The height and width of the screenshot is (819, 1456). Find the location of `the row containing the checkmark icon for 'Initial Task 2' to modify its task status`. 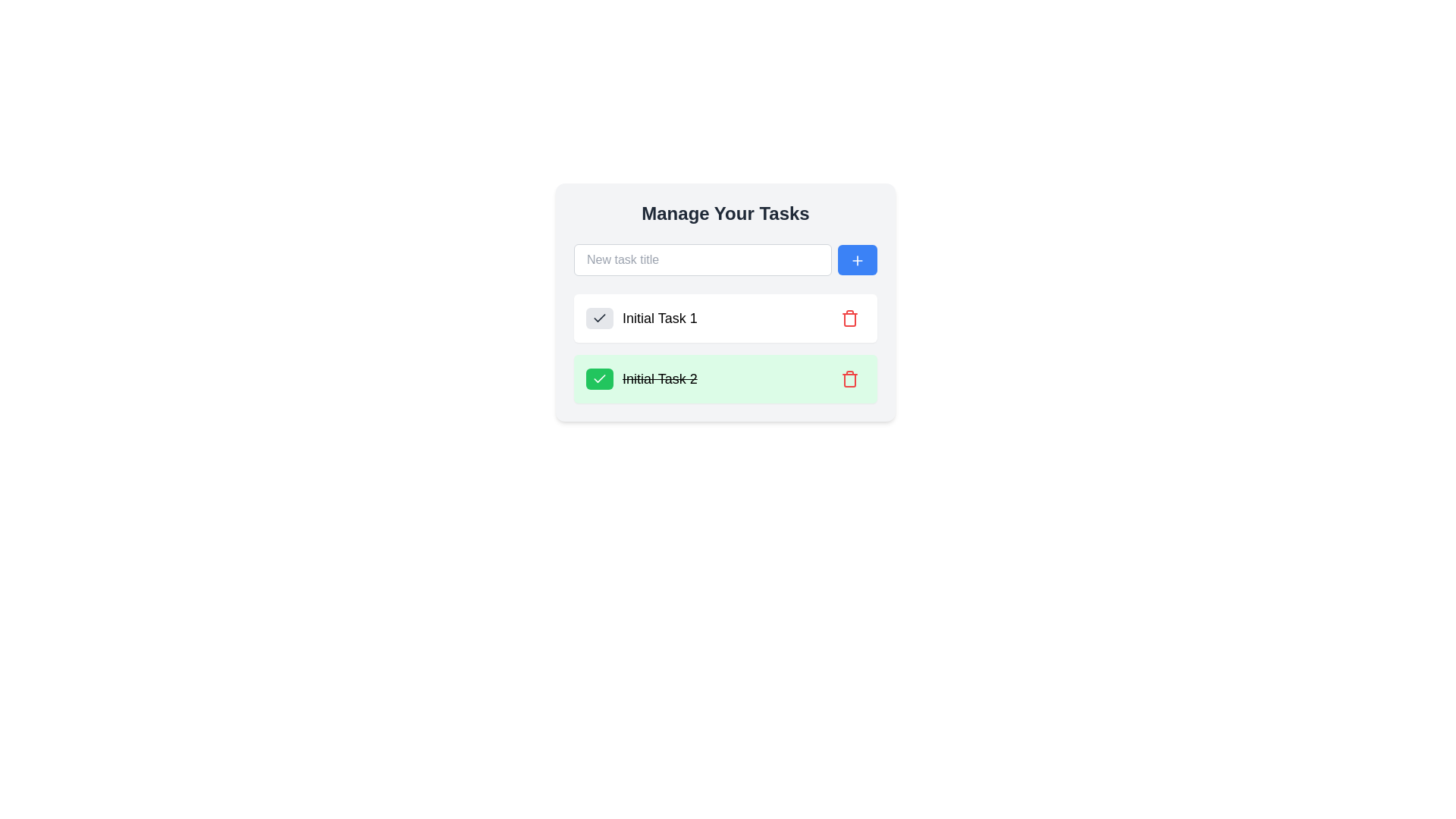

the row containing the checkmark icon for 'Initial Task 2' to modify its task status is located at coordinates (599, 377).